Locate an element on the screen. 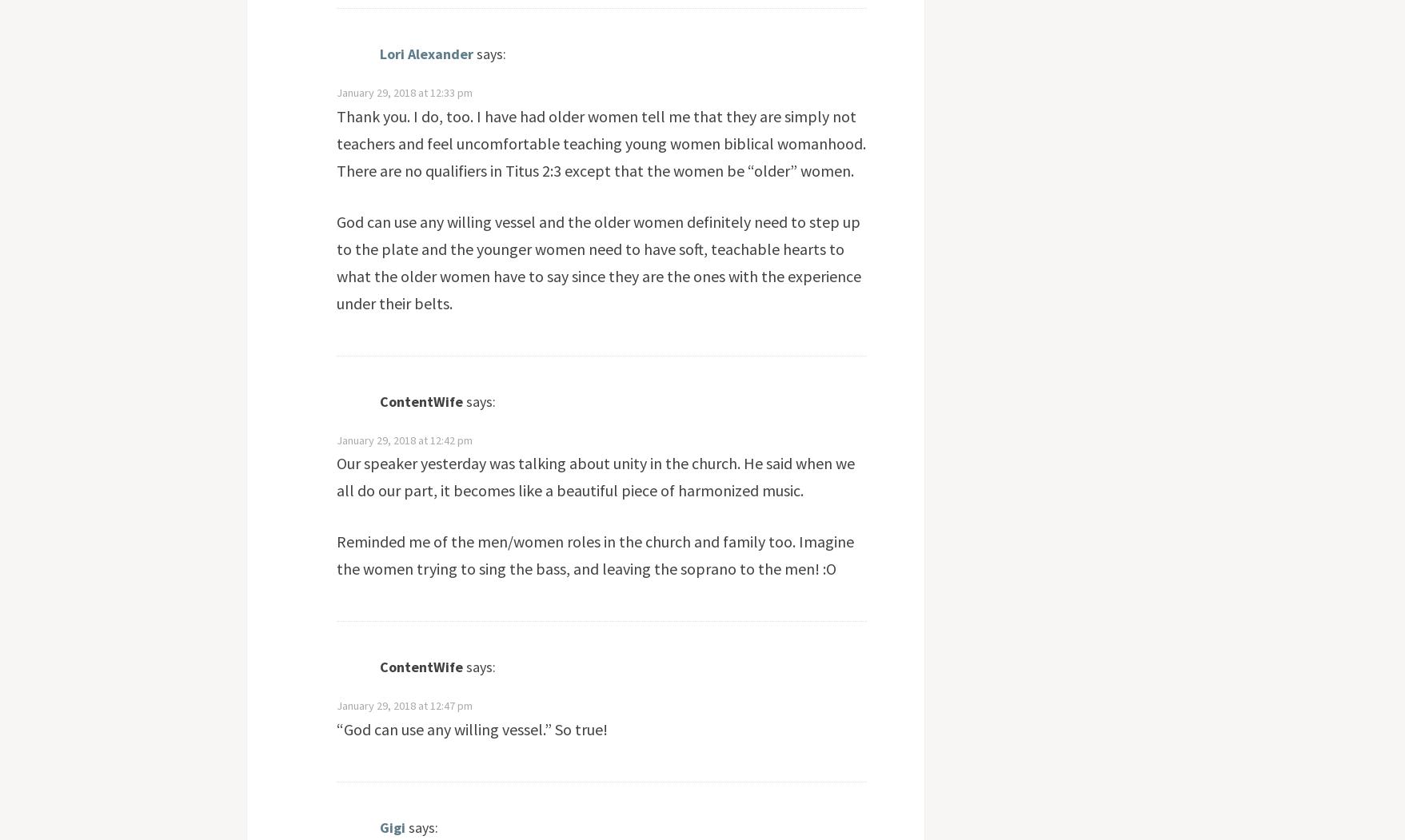 This screenshot has height=840, width=1405. 'Our speaker yesterday was talking about unity in the church. He said when we all do our part, it becomes like a beautiful piece of harmonized music.' is located at coordinates (593, 476).